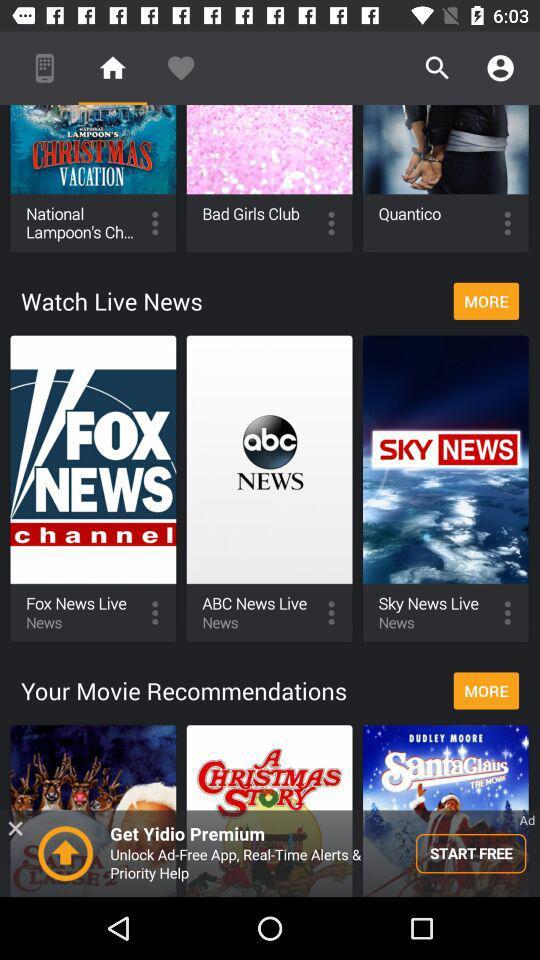 The height and width of the screenshot is (960, 540). Describe the element at coordinates (270, 177) in the screenshot. I see `the bad girls club option` at that location.